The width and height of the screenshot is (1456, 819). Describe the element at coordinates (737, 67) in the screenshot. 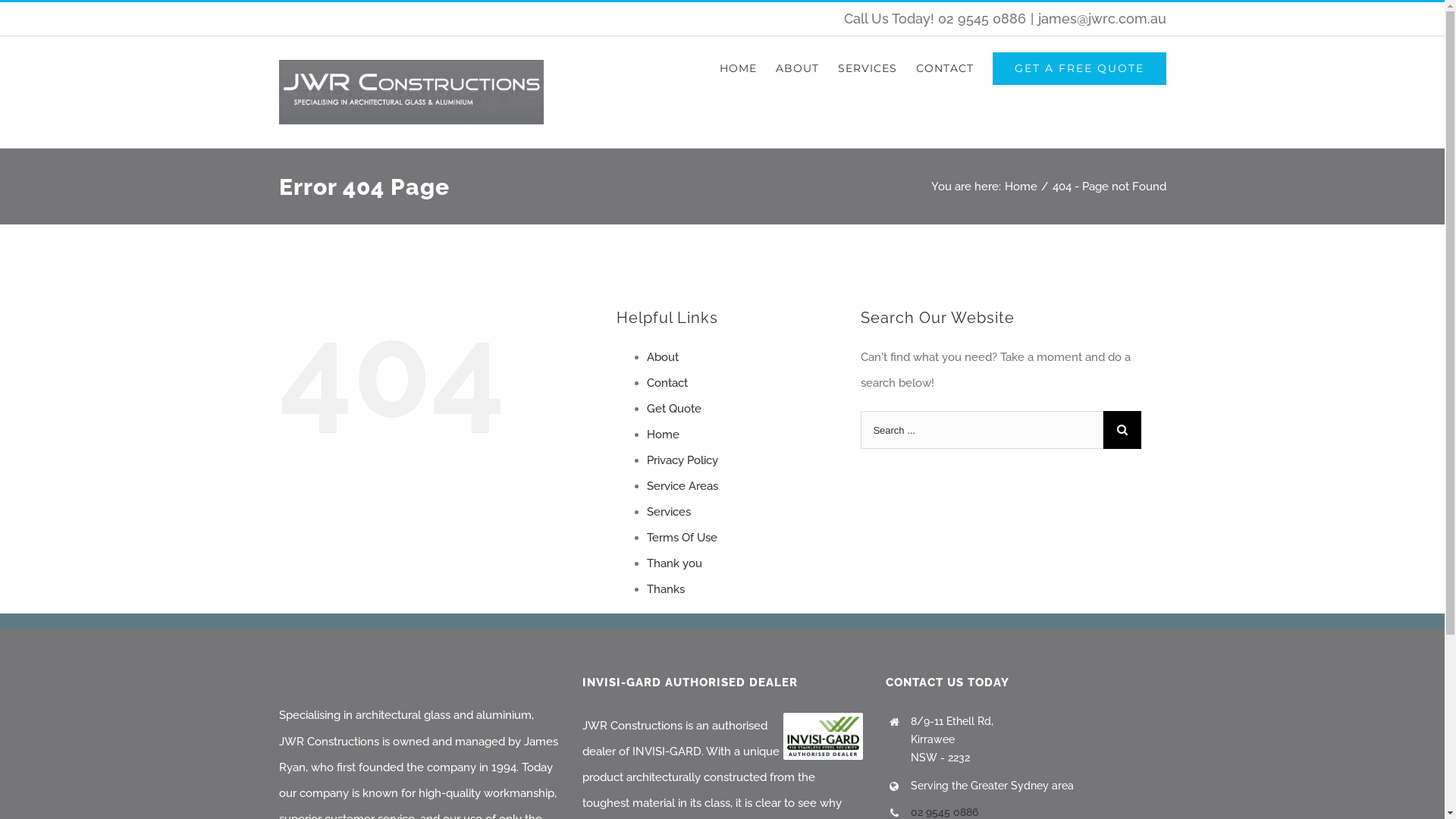

I see `'HOME'` at that location.